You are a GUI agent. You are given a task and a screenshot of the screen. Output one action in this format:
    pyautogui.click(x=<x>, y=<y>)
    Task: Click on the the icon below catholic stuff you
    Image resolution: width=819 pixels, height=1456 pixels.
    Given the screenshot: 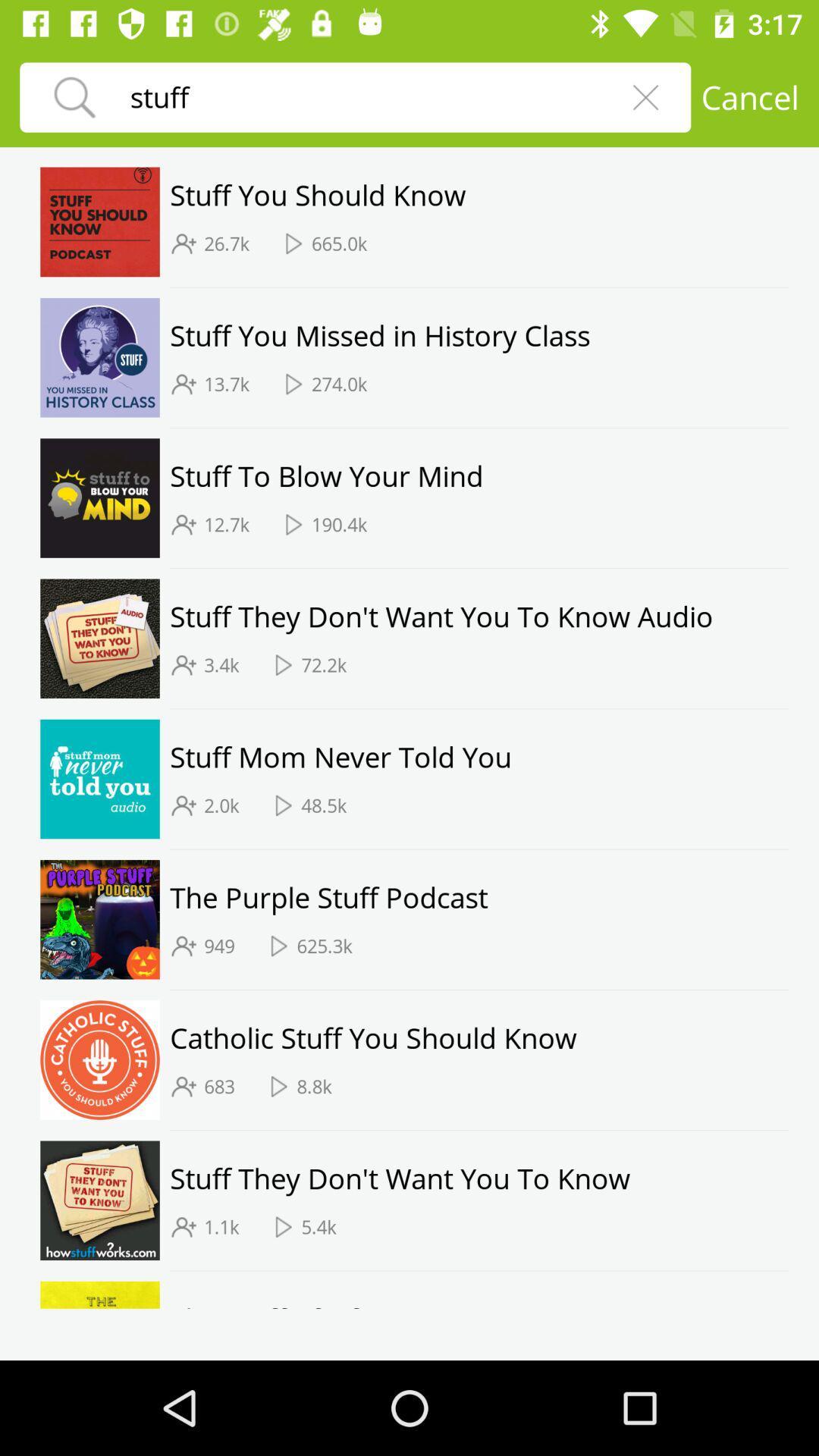 What is the action you would take?
    pyautogui.click(x=313, y=1085)
    